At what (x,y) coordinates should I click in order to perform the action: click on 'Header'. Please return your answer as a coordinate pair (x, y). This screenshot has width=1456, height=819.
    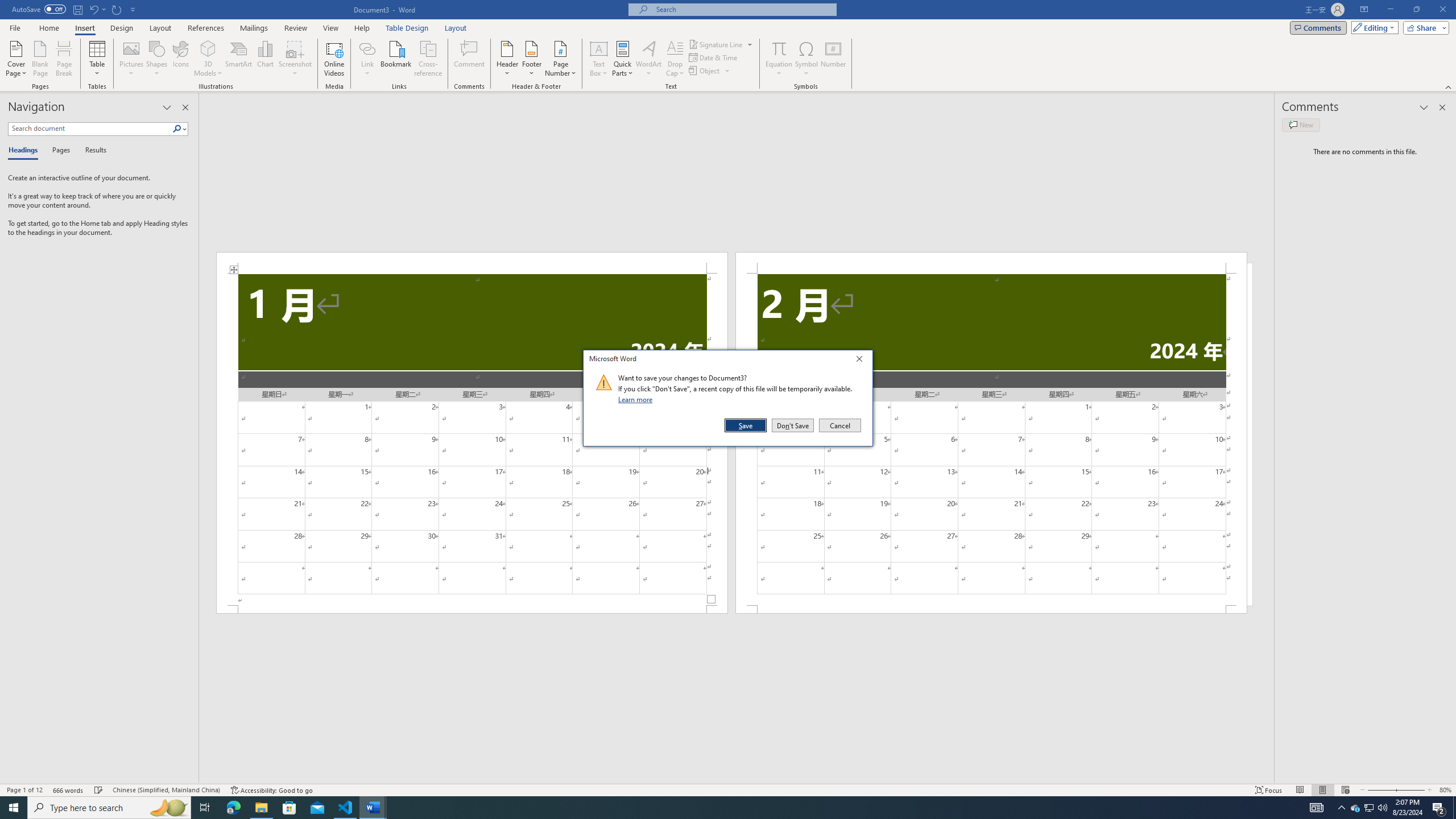
    Looking at the image, I should click on (507, 59).